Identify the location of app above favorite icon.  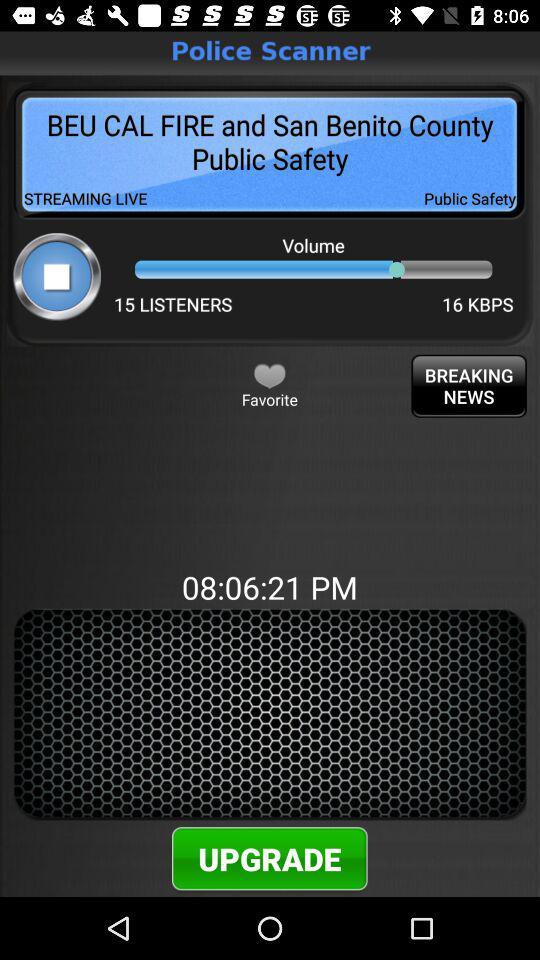
(269, 374).